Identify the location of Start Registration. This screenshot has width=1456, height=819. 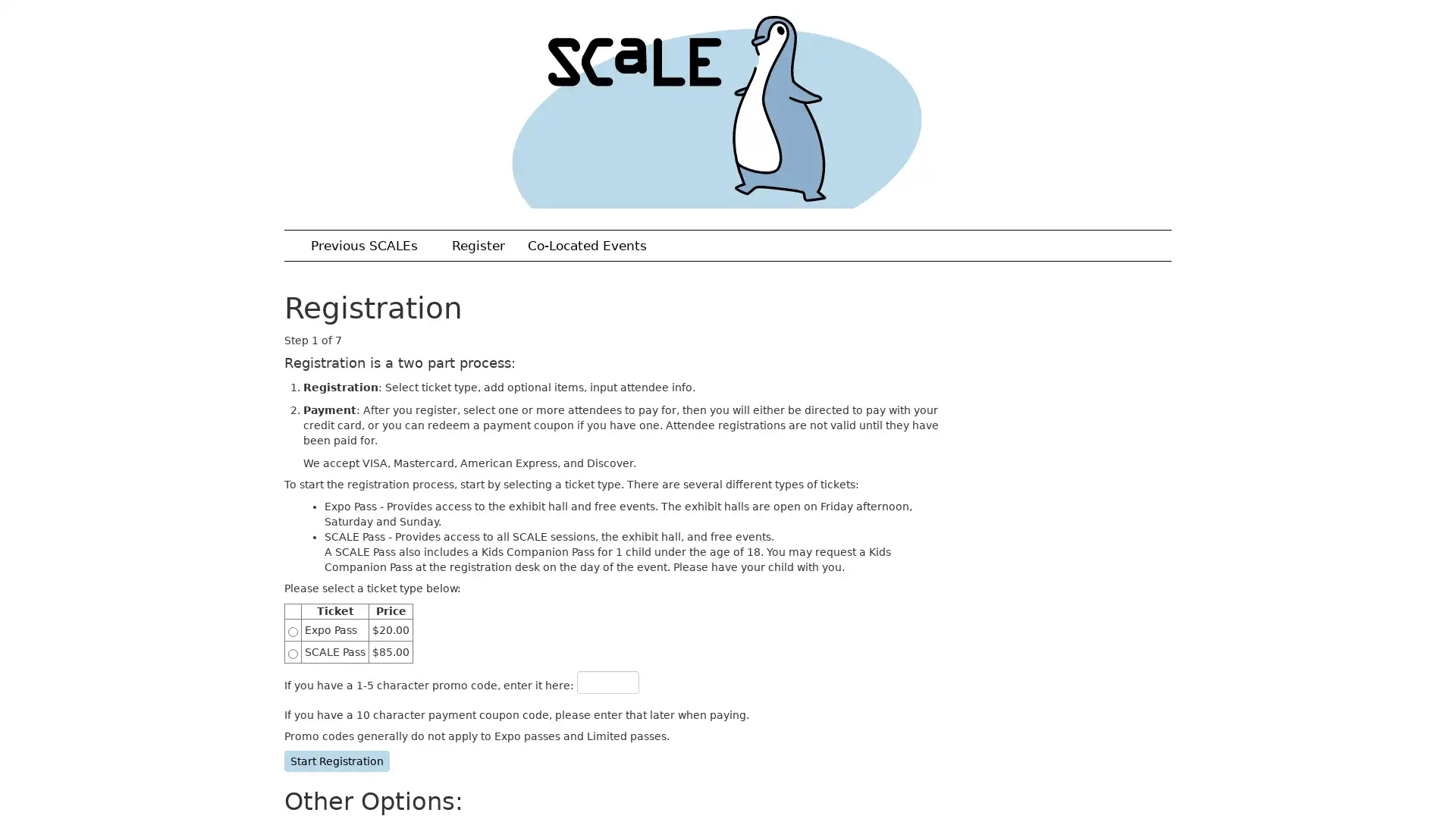
(336, 761).